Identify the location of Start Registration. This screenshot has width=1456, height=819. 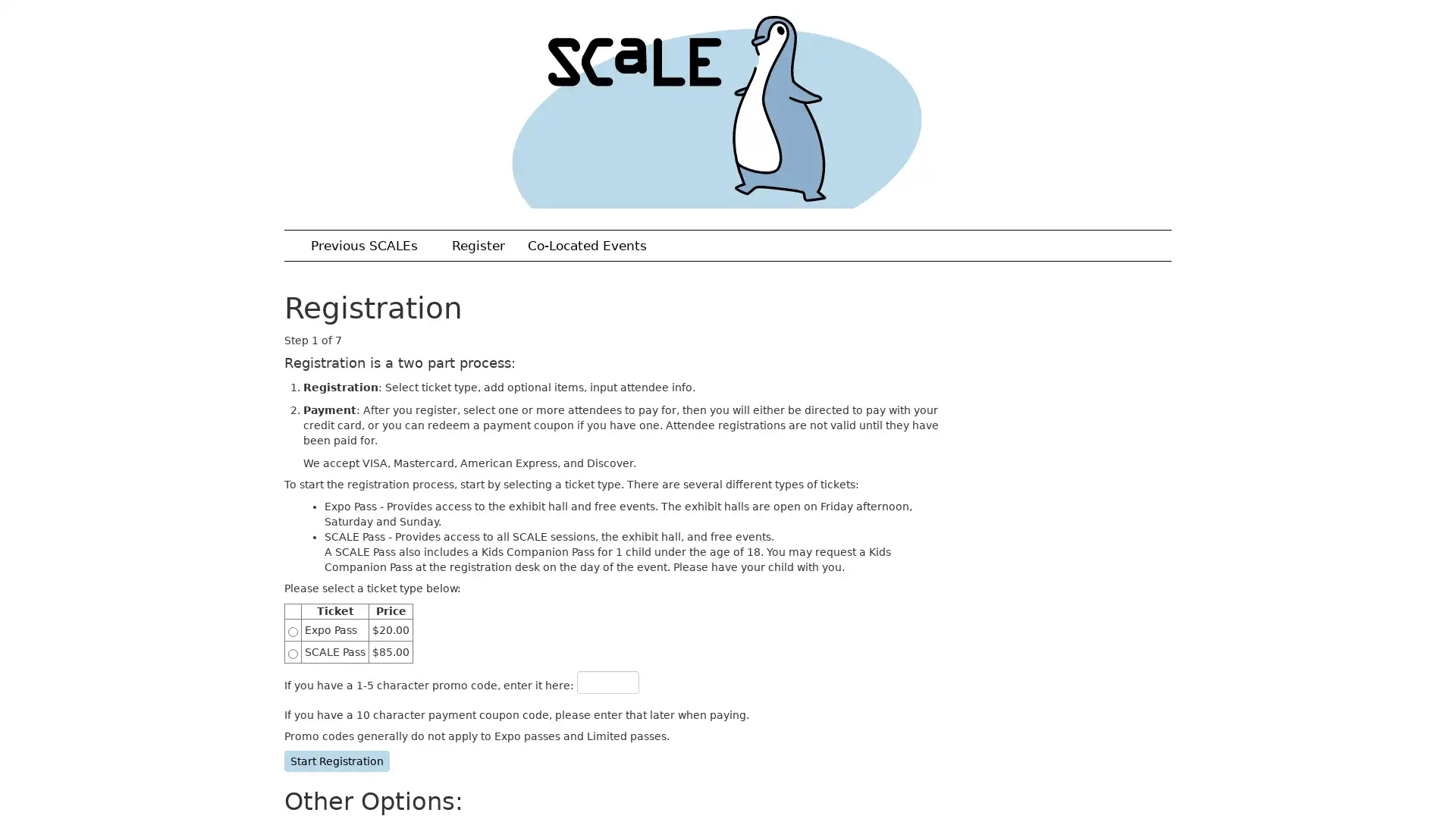
(336, 761).